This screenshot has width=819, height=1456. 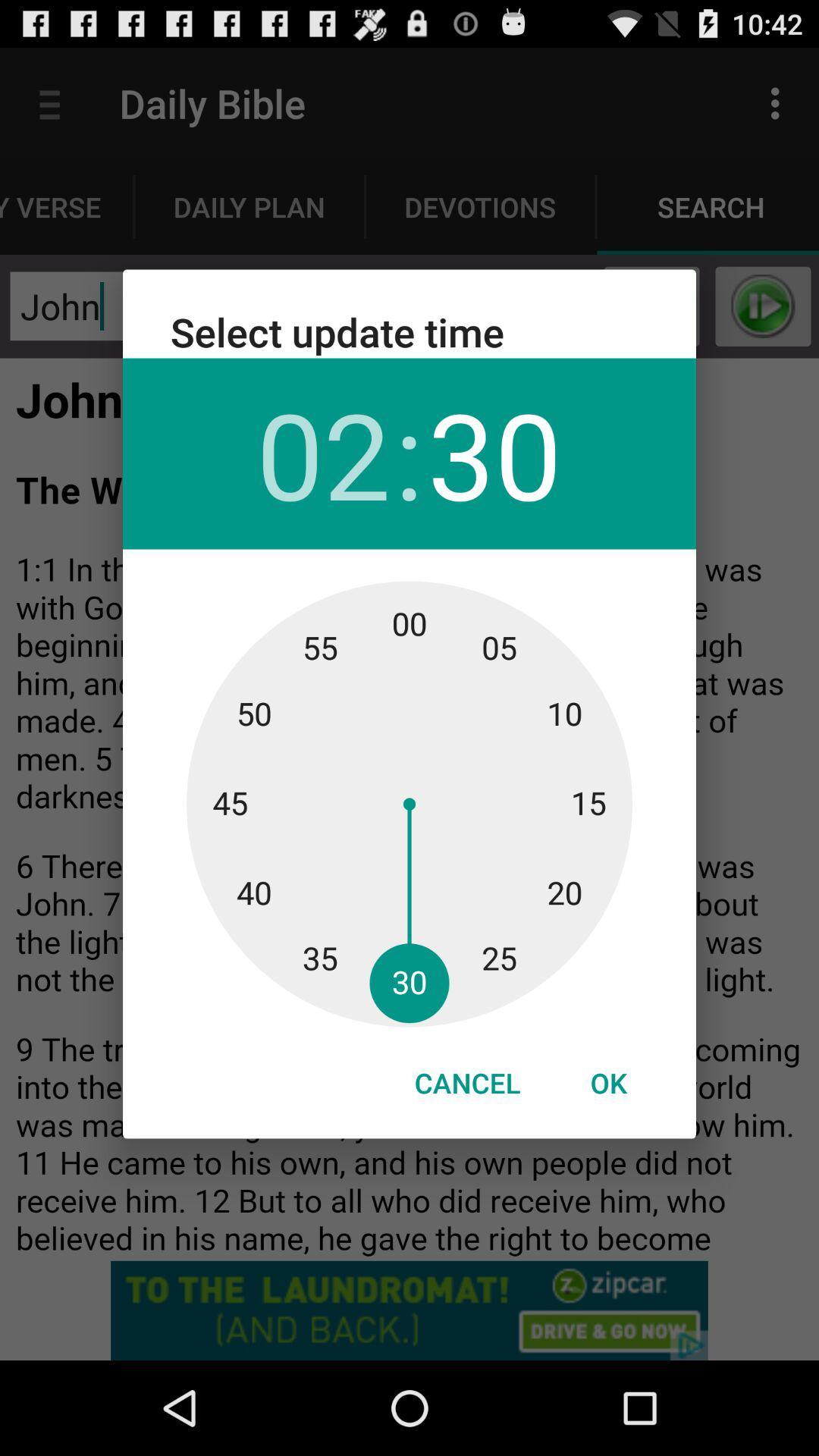 I want to click on item at the bottom right corner, so click(x=607, y=1082).